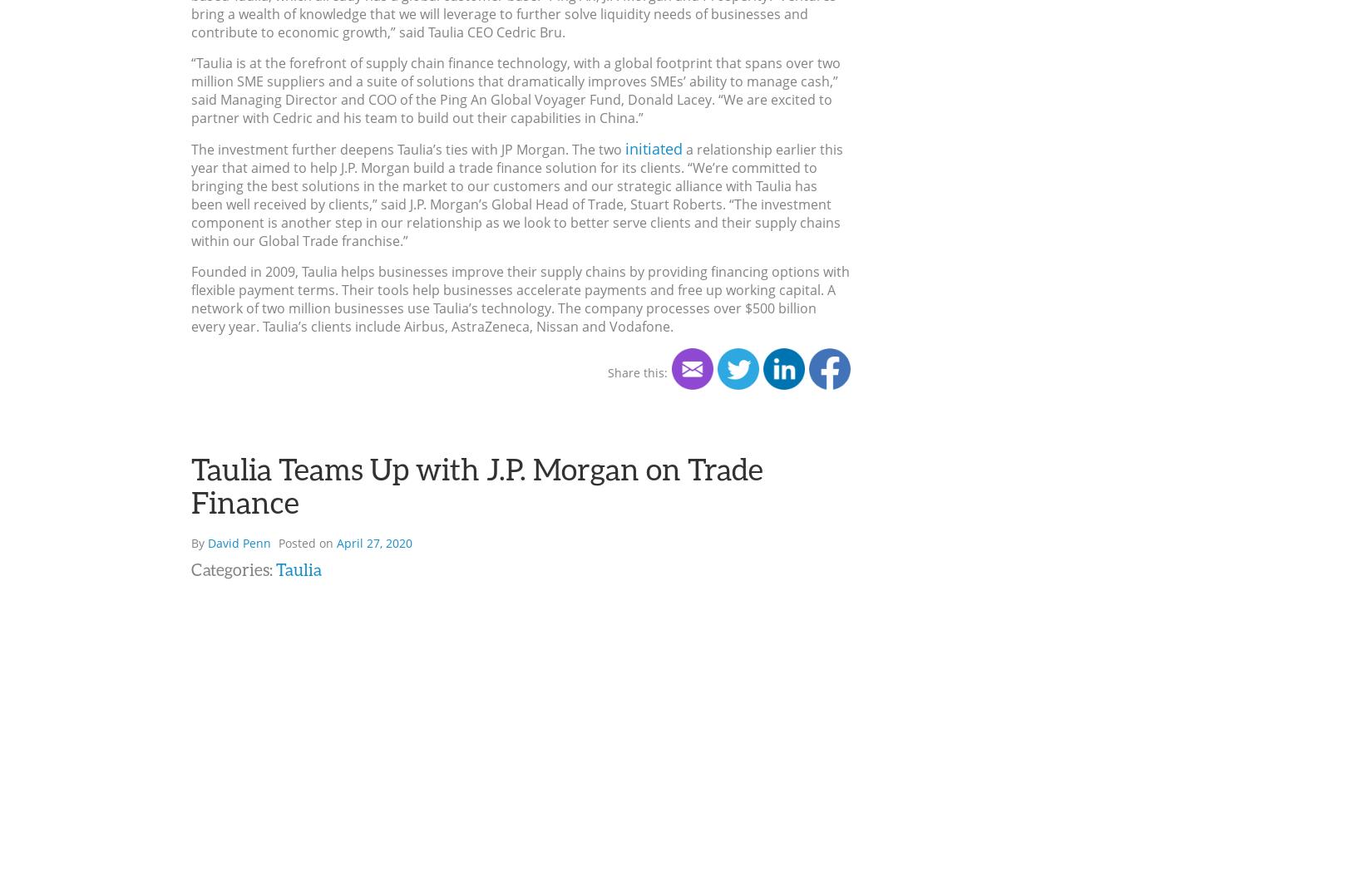 This screenshot has width=1372, height=891. What do you see at coordinates (515, 91) in the screenshot?
I see `'“Taulia is at the forefront of supply chain finance technology, with a global footprint that spans over two million SME suppliers and a suite of solutions that dramatically improves SMEs’ ability to manage cash,” said Managing Director and COO of the Ping An Global Voyager Fund, Donald Lacey. “We are excited to partner with Cedric and his team to build out their capabilities in China.”'` at bounding box center [515, 91].